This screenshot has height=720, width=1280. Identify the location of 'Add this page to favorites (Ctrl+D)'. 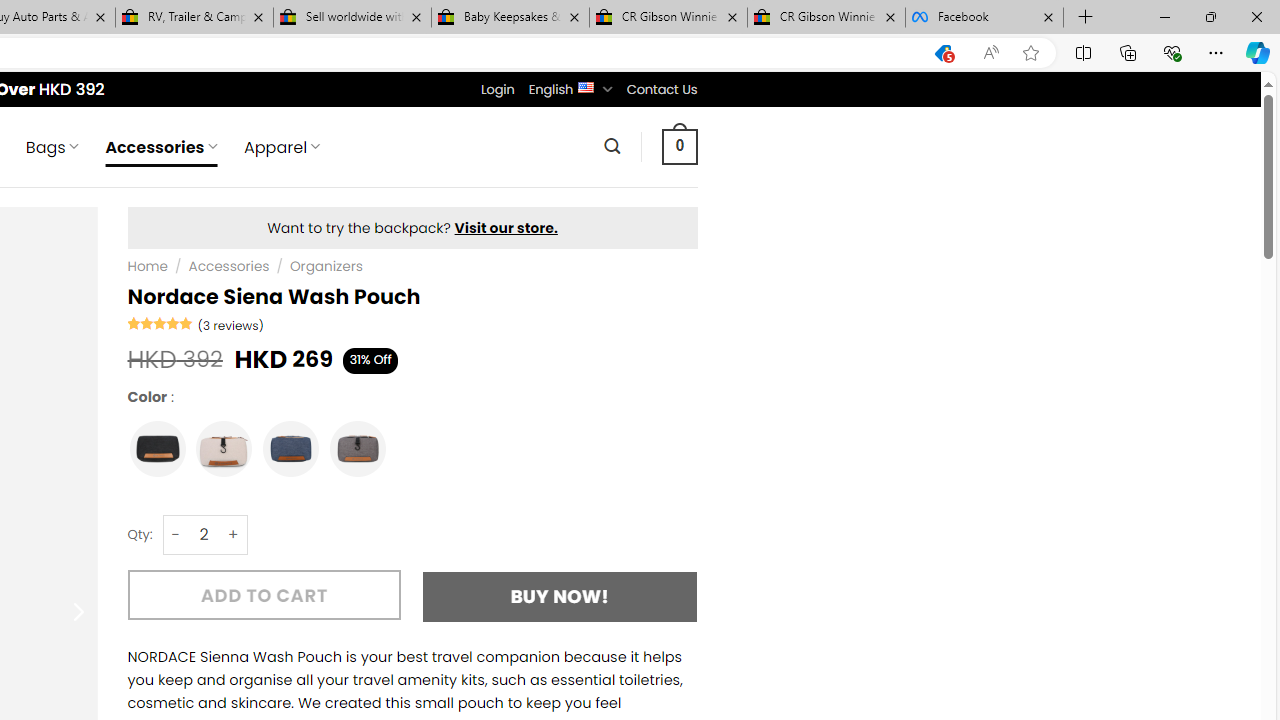
(1031, 52).